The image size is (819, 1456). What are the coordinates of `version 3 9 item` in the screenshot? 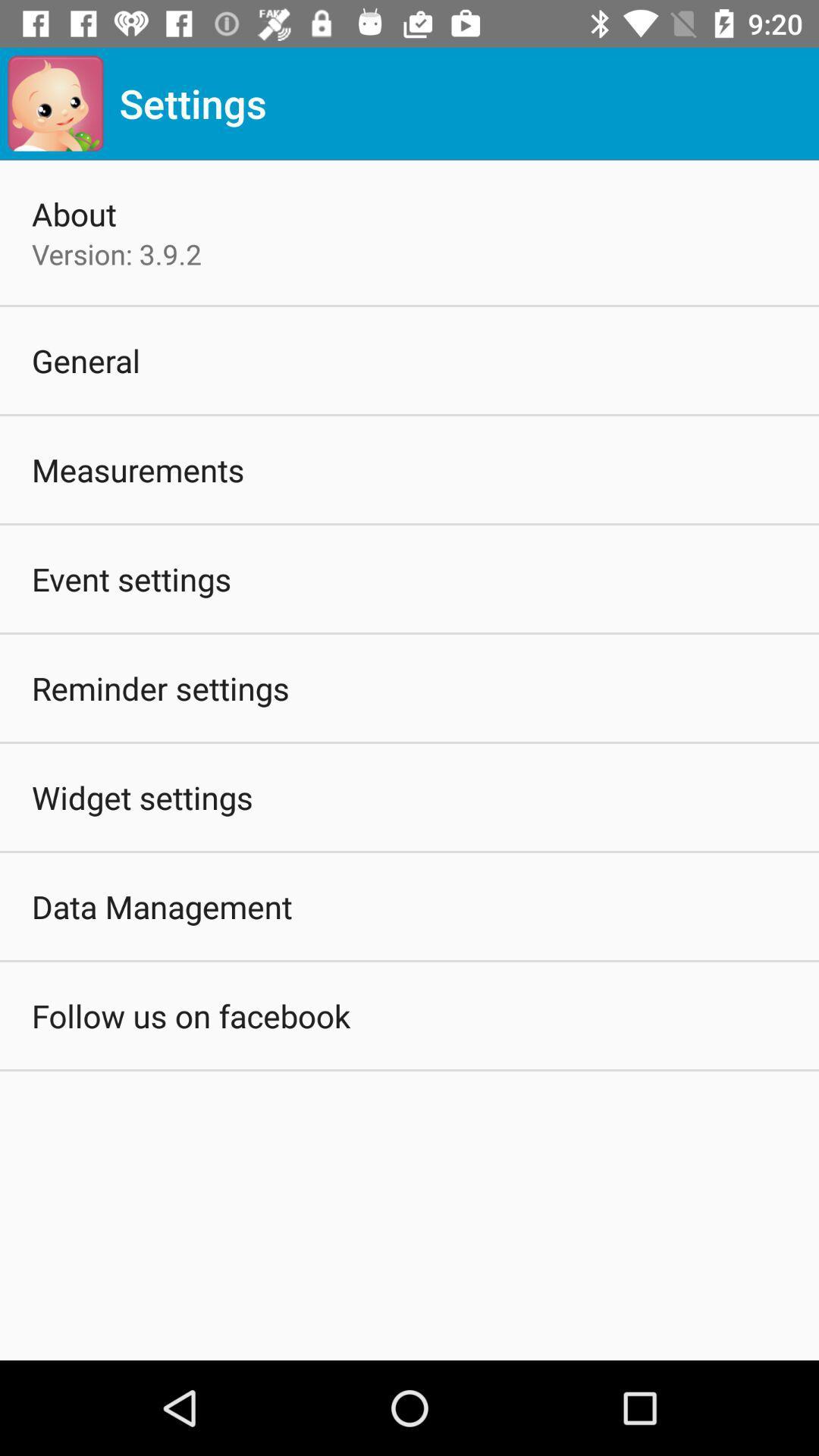 It's located at (116, 254).